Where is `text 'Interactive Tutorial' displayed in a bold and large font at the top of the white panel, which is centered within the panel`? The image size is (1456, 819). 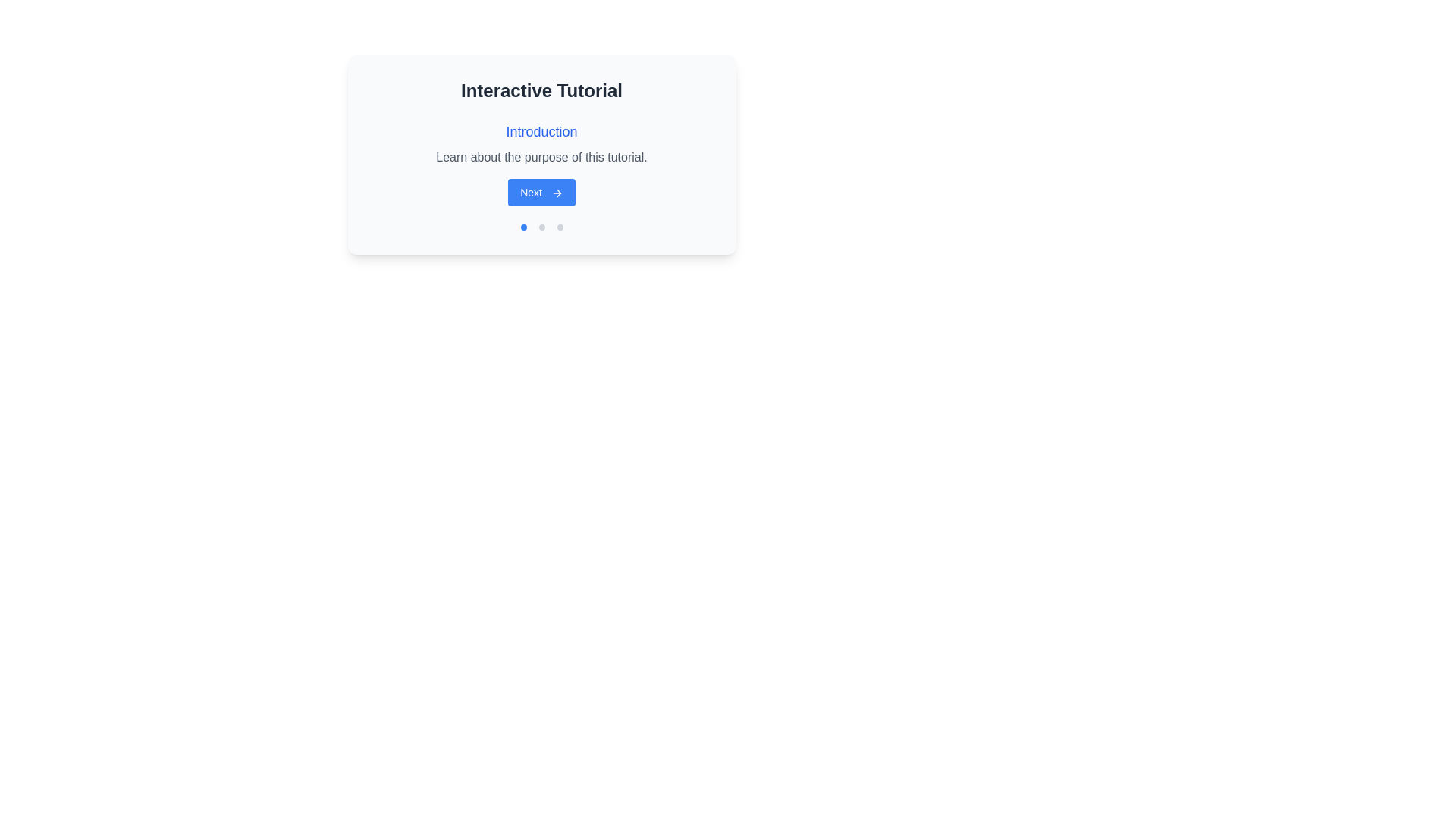 text 'Interactive Tutorial' displayed in a bold and large font at the top of the white panel, which is centered within the panel is located at coordinates (541, 90).